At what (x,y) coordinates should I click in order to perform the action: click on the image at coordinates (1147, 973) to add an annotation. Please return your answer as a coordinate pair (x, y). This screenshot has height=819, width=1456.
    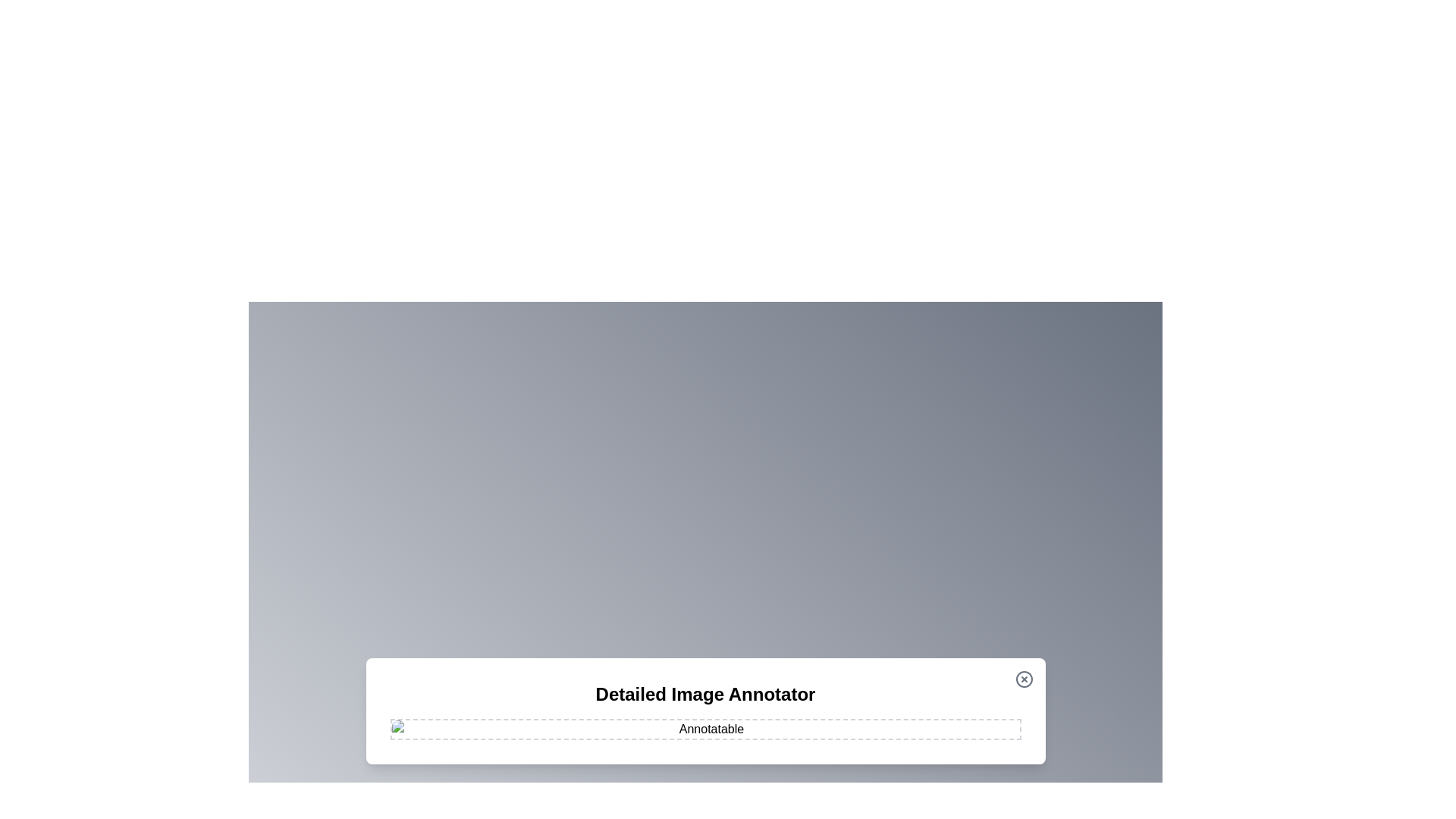
    Looking at the image, I should click on (870, 736).